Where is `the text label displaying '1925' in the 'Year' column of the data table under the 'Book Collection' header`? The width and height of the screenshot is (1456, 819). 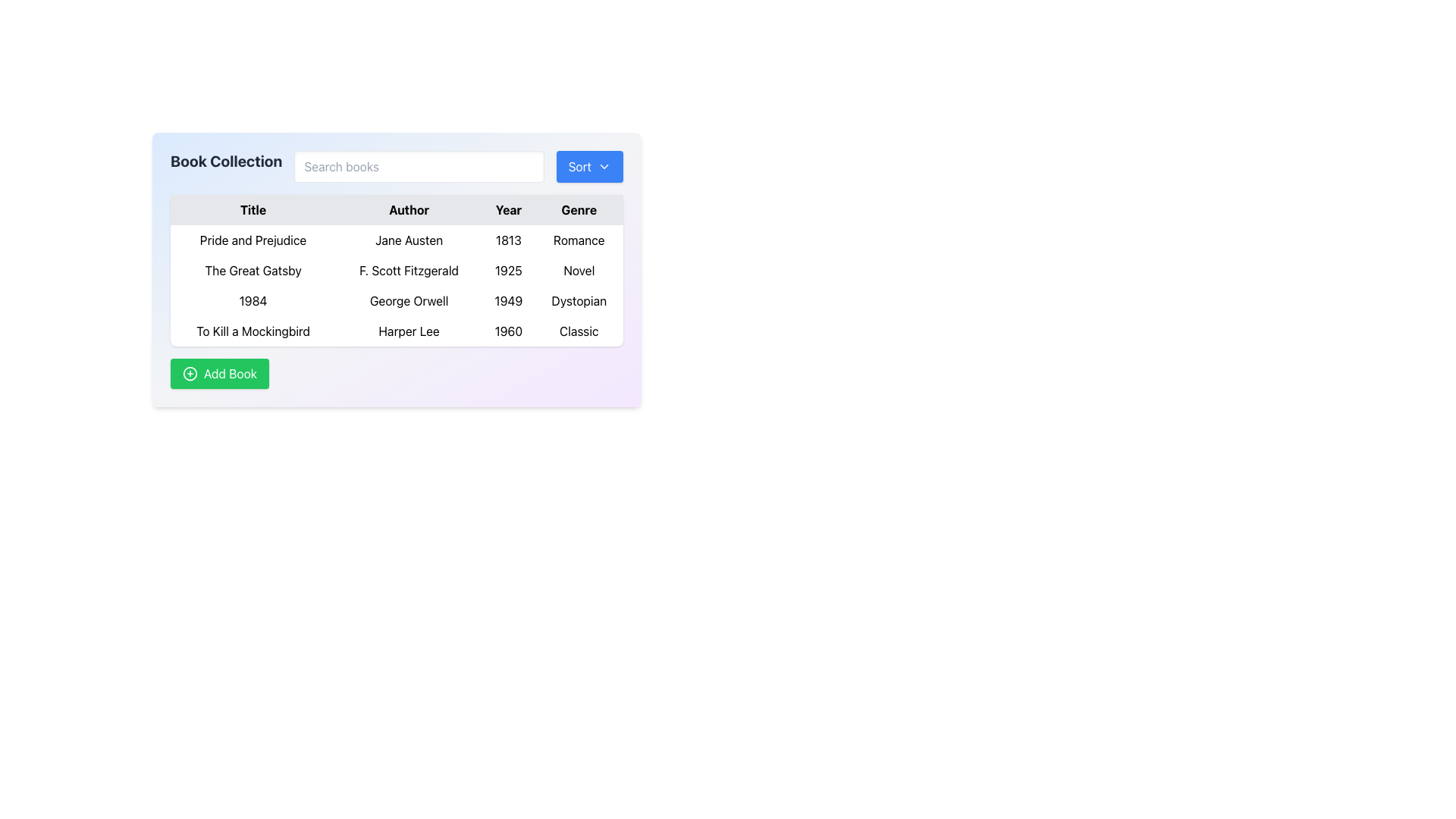
the text label displaying '1925' in the 'Year' column of the data table under the 'Book Collection' header is located at coordinates (508, 270).